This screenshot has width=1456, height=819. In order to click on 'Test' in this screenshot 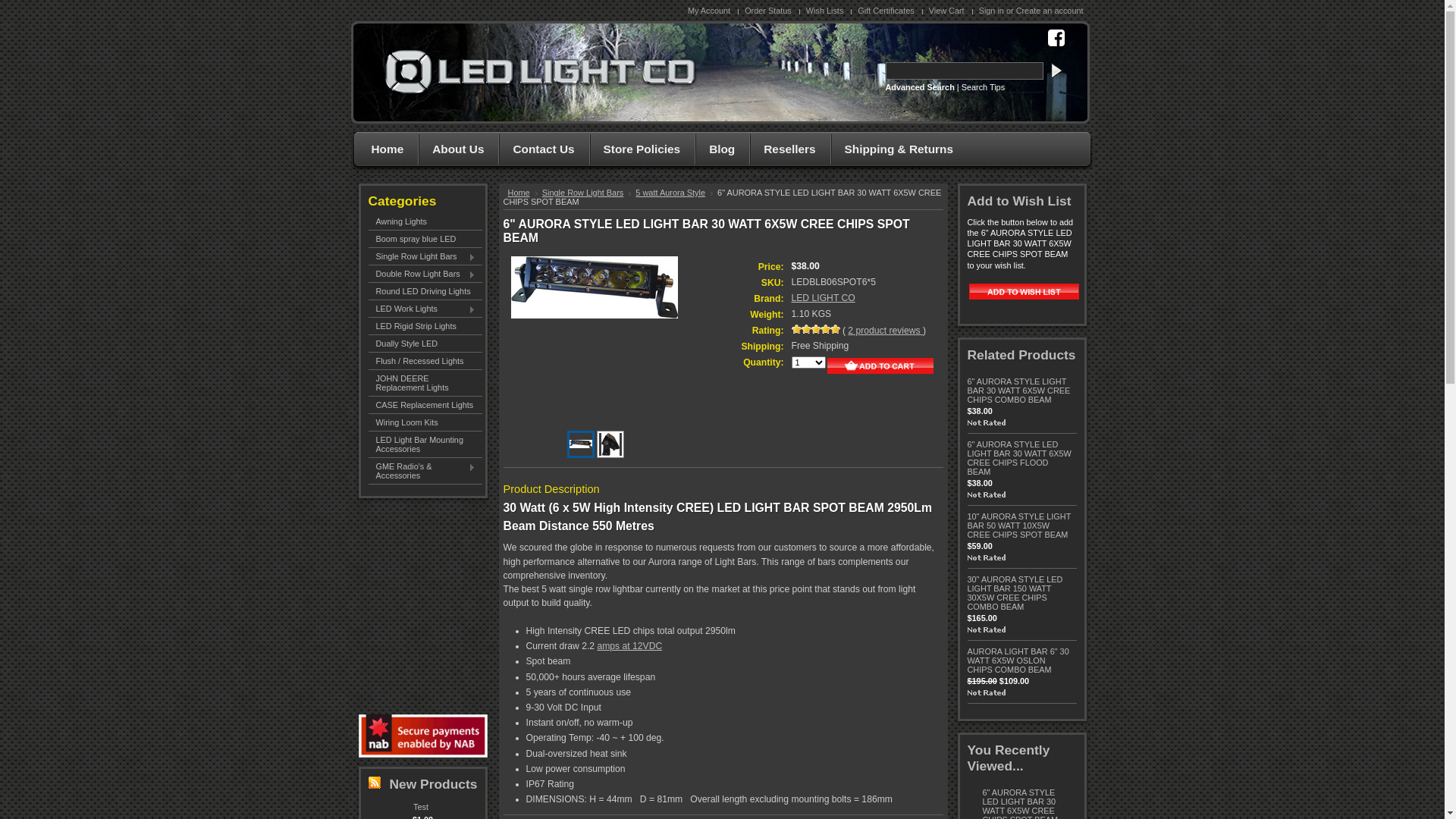, I will do `click(413, 806)`.